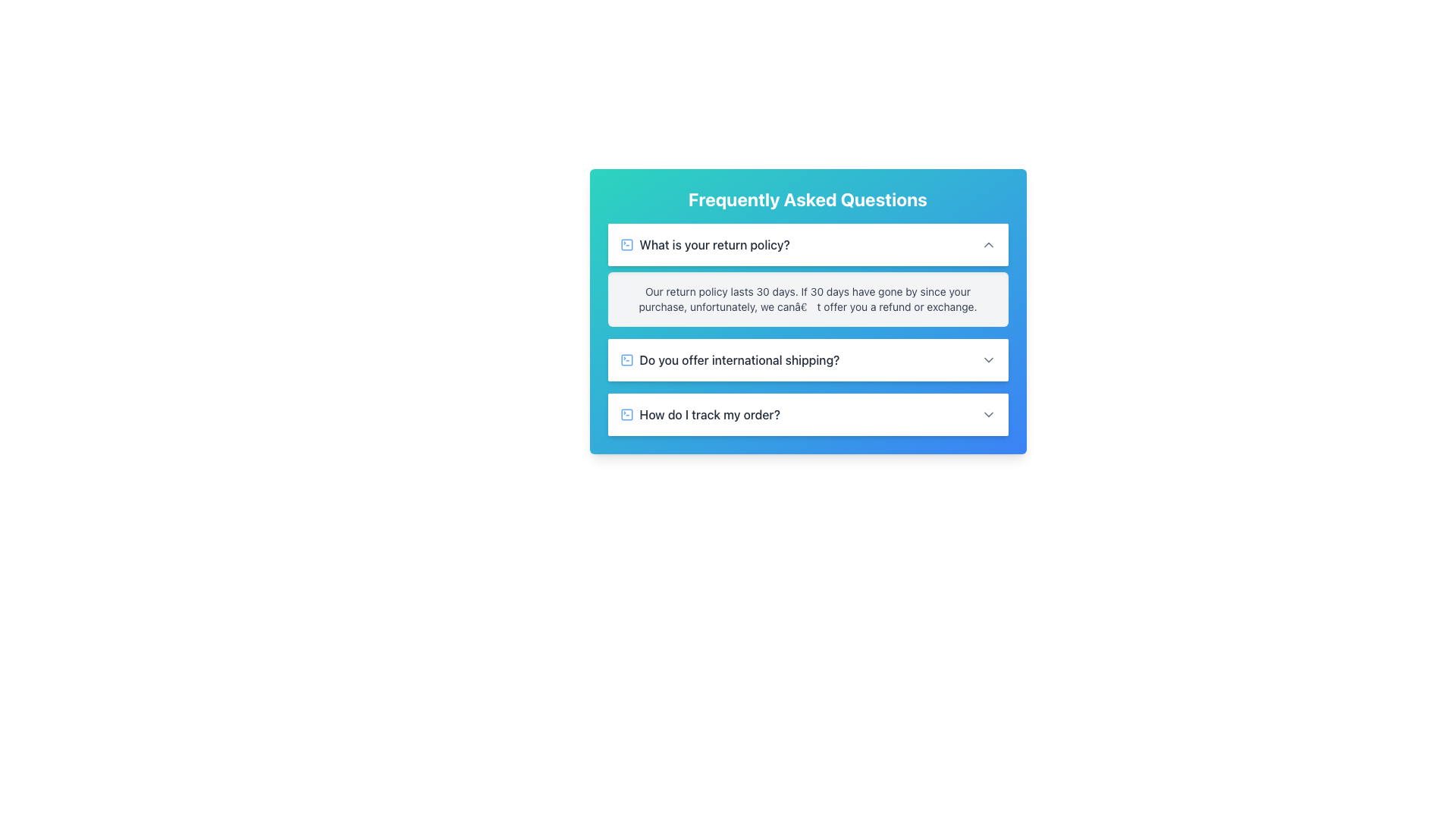 The width and height of the screenshot is (1456, 819). I want to click on the third Expandable FAQ item labeled 'How do I track my order?', so click(807, 415).